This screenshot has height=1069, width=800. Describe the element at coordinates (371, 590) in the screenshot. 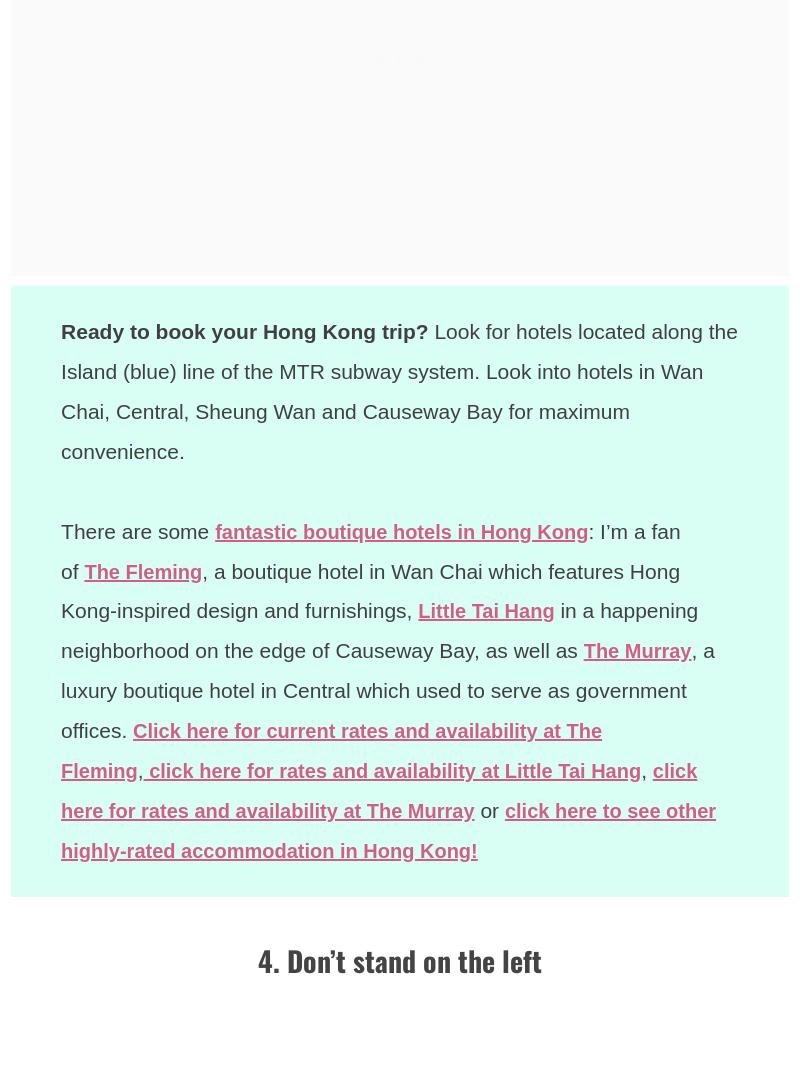

I see `', a boutique hotel in Wan Chai which features Hong Kong-inspired design and furnishings,'` at that location.